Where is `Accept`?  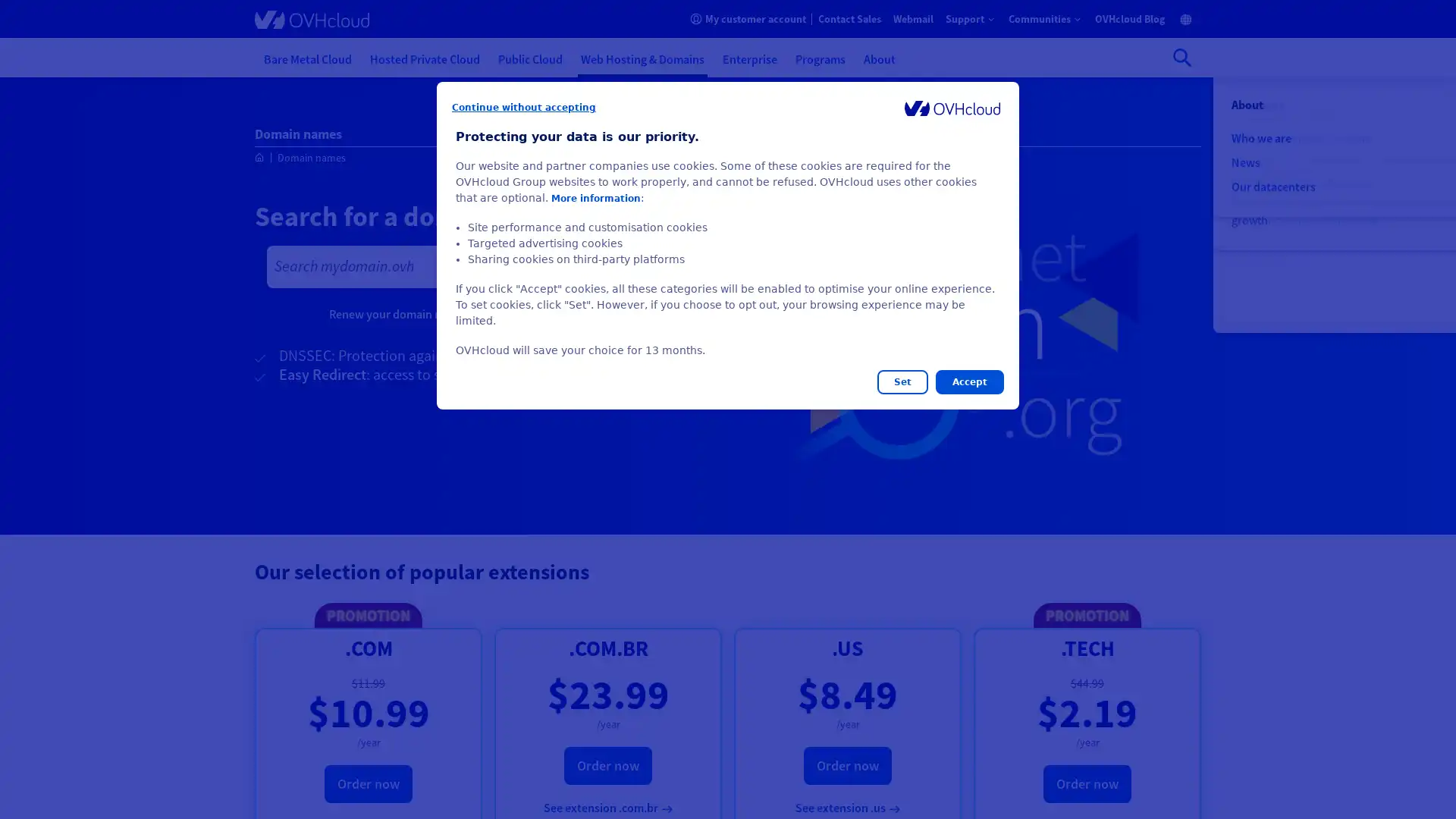 Accept is located at coordinates (968, 381).